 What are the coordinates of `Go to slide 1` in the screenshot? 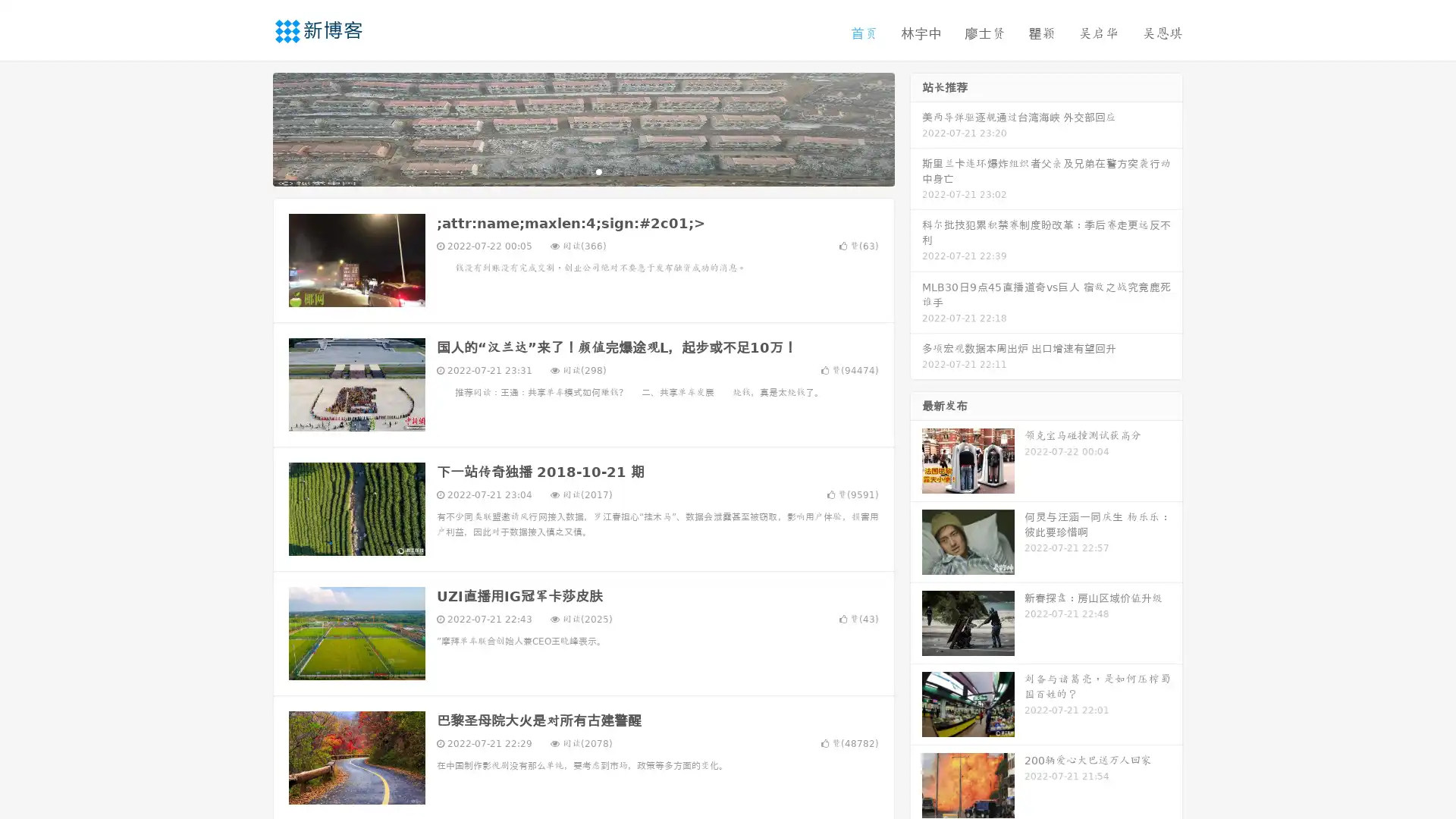 It's located at (567, 171).